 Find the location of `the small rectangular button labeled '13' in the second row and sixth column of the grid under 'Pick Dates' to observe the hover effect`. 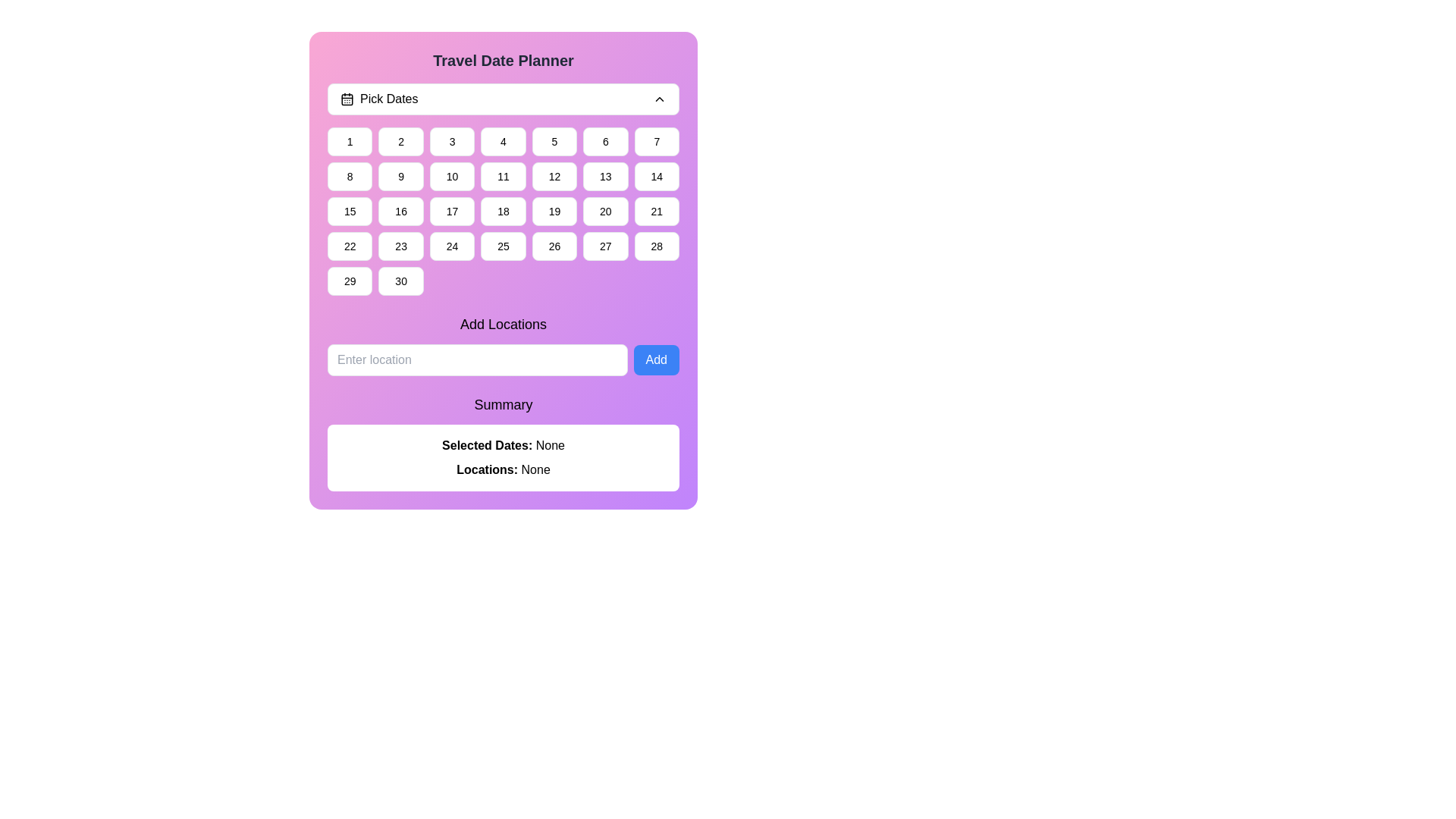

the small rectangular button labeled '13' in the second row and sixth column of the grid under 'Pick Dates' to observe the hover effect is located at coordinates (604, 175).